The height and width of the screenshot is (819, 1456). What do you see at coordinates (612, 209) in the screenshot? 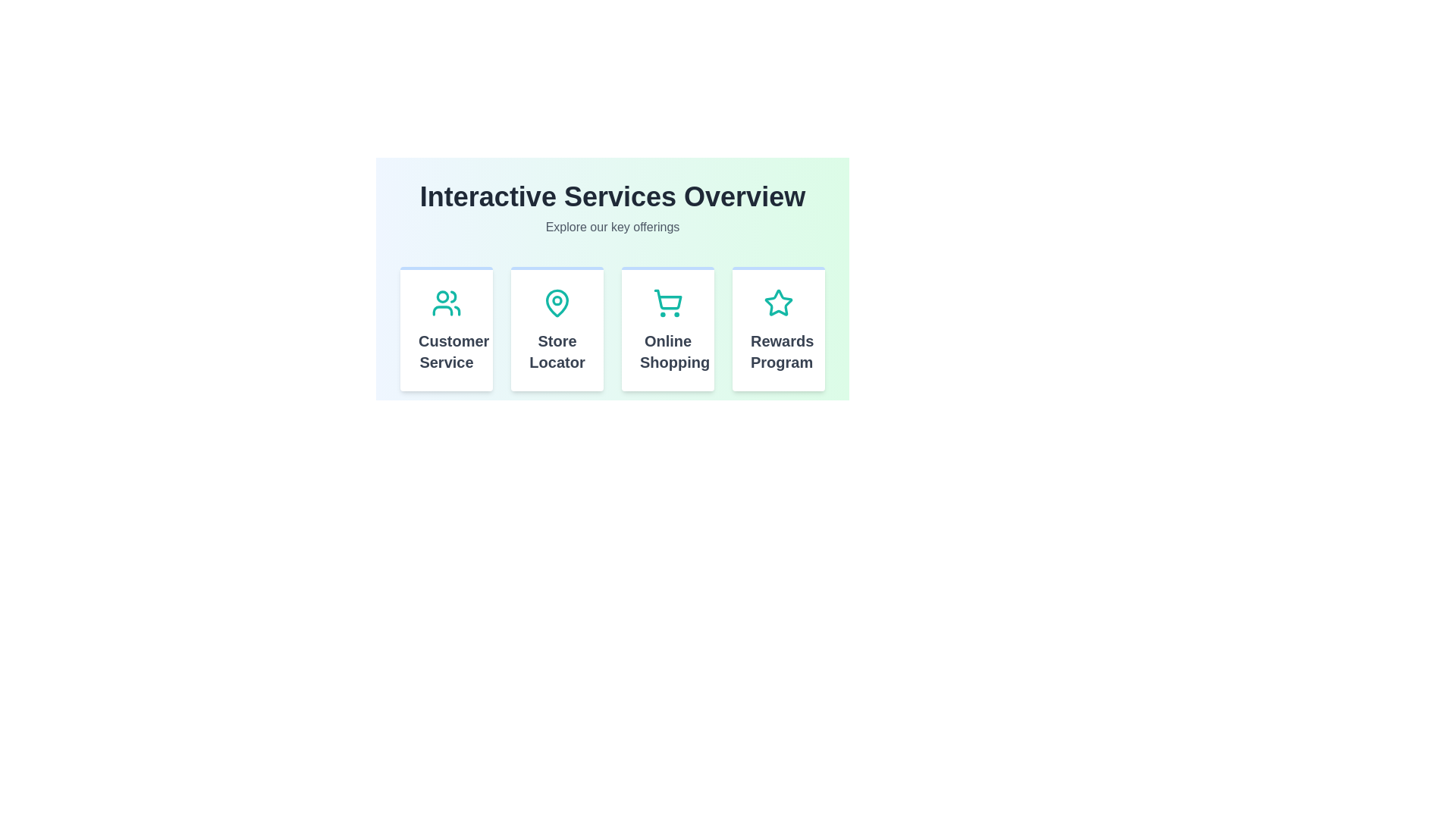
I see `text block located at the top center of the interface, which serves as a title and subtitle summarizing the services offered below` at bounding box center [612, 209].